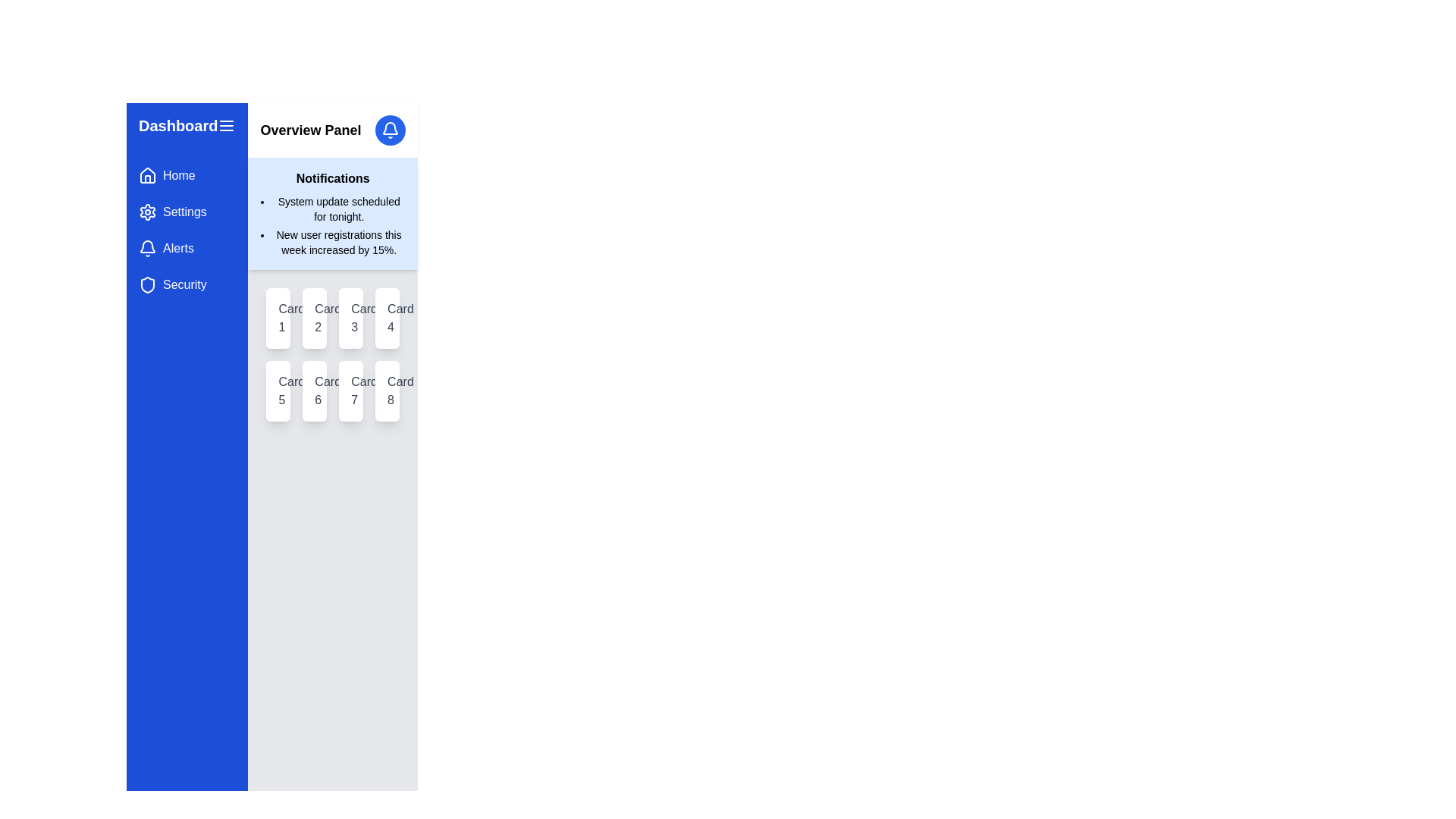  Describe the element at coordinates (388, 391) in the screenshot. I see `the rectangular card with rounded edges and the text 'Card 8' centered on it, located in the bottom-right corner of the grid` at that location.